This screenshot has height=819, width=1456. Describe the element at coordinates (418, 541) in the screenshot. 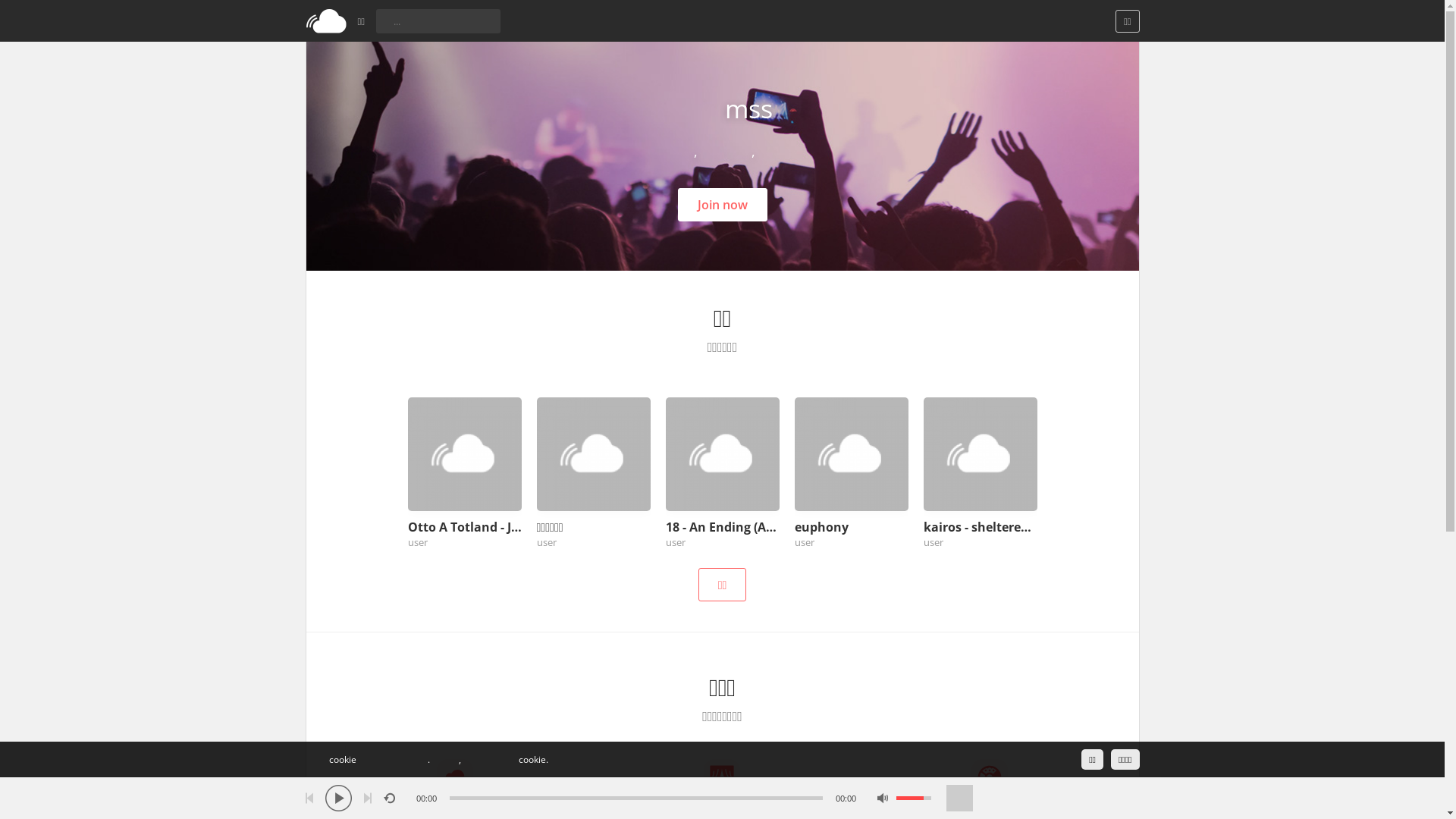

I see `'user'` at that location.